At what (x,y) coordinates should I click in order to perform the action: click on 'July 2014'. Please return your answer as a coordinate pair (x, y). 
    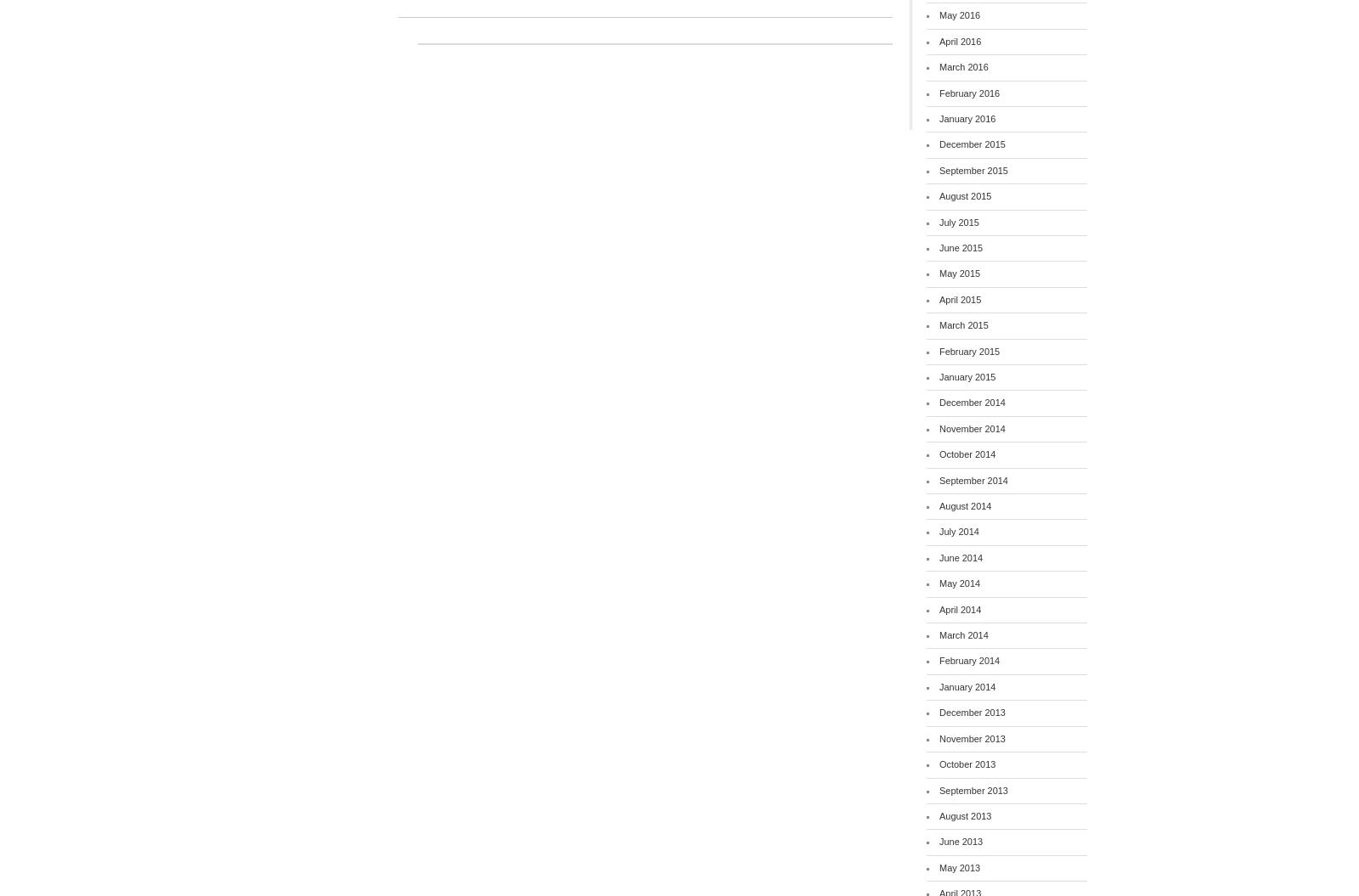
    Looking at the image, I should click on (939, 532).